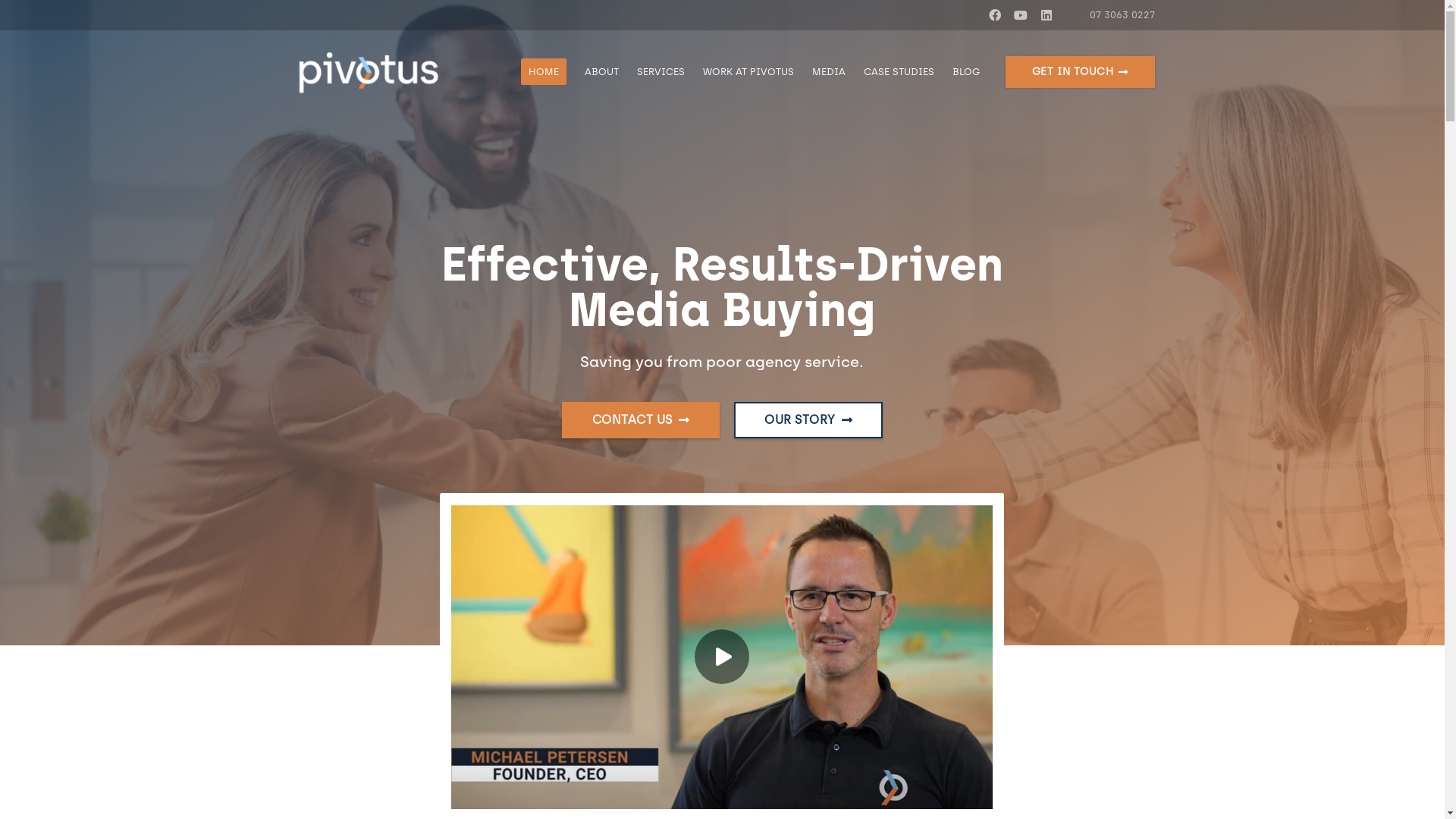  What do you see at coordinates (899, 72) in the screenshot?
I see `'CASE STUDIES'` at bounding box center [899, 72].